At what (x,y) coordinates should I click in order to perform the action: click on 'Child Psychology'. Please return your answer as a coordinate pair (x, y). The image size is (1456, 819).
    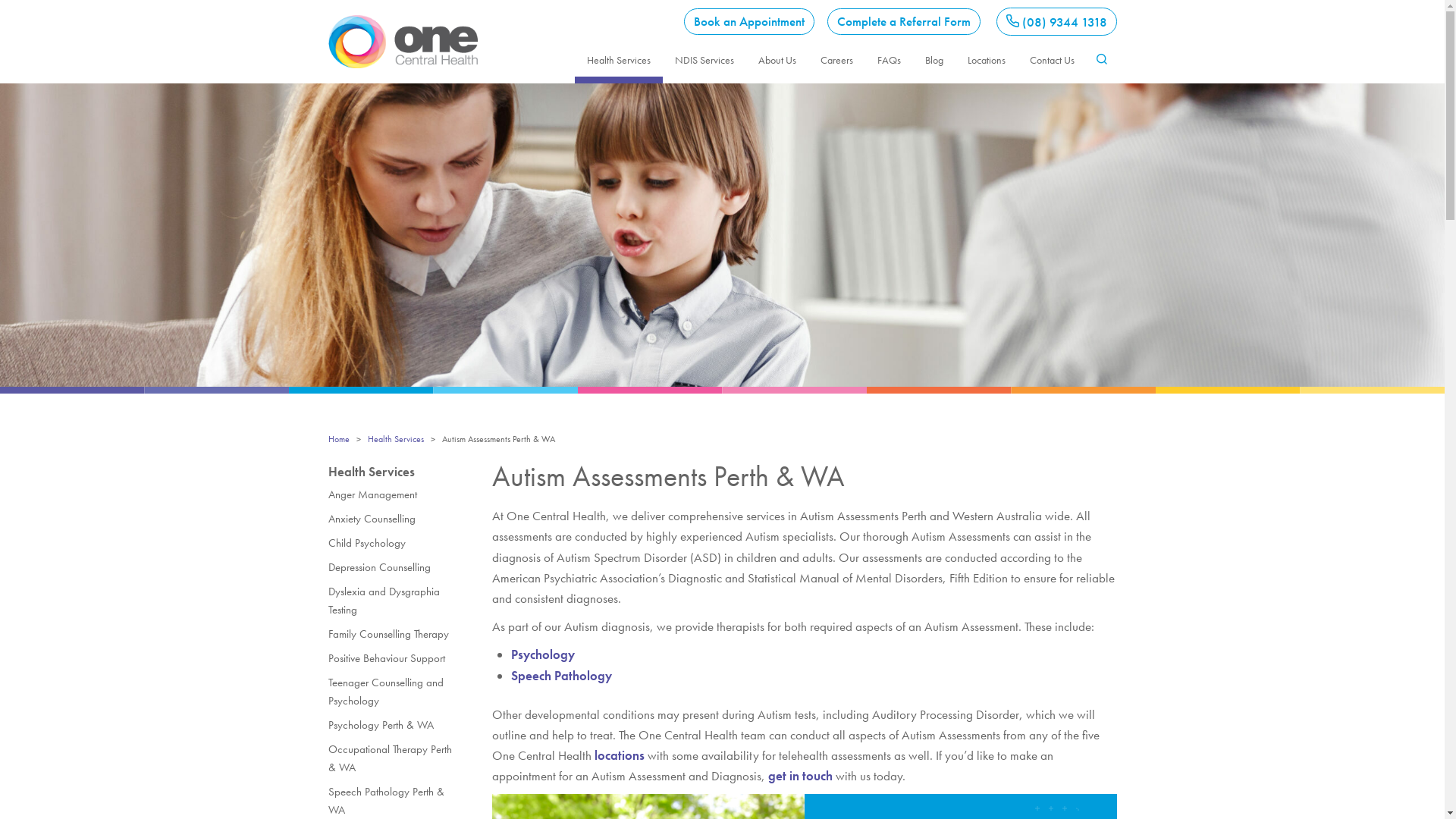
    Looking at the image, I should click on (394, 542).